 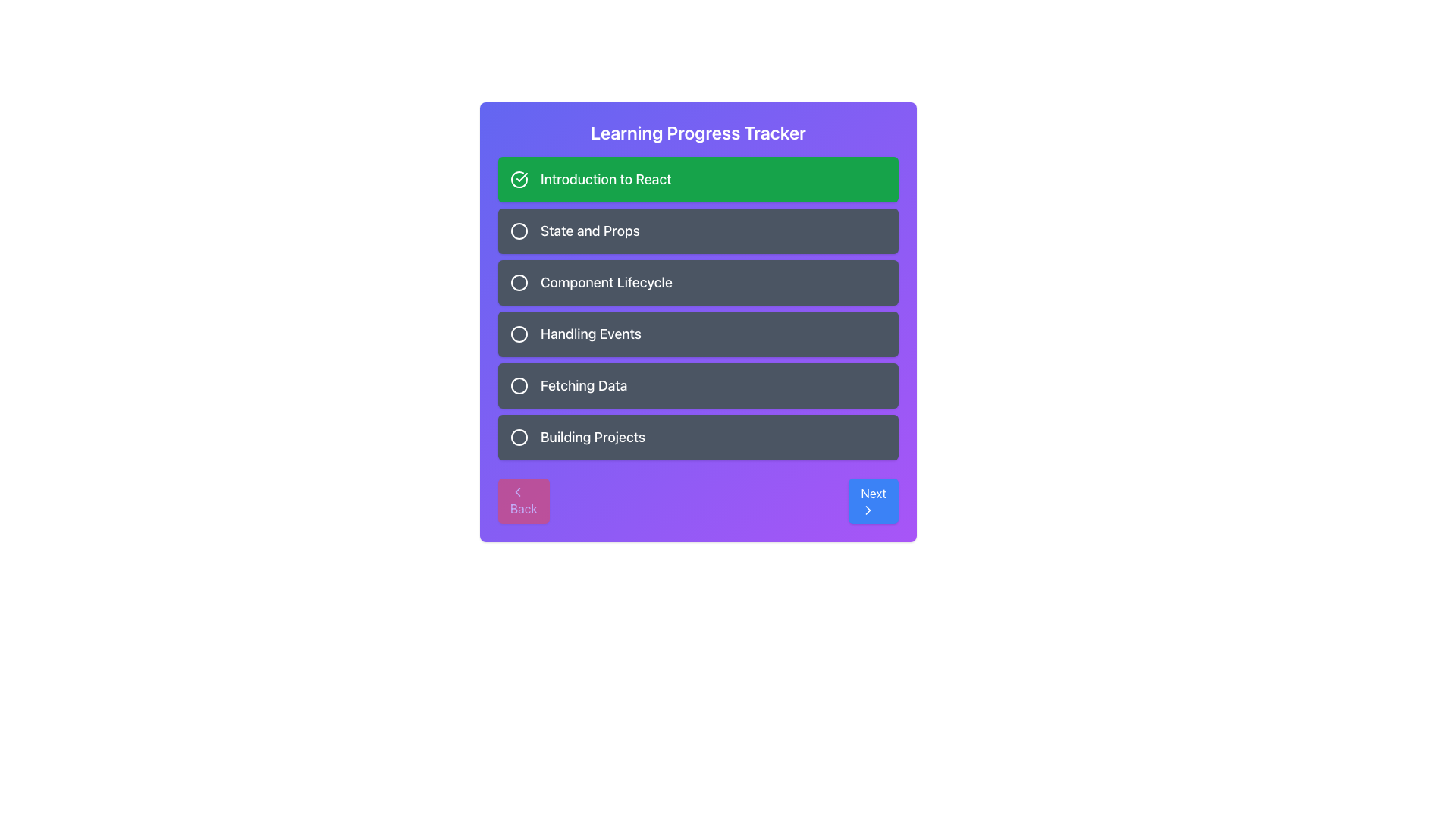 What do you see at coordinates (698, 283) in the screenshot?
I see `the third selectable card in the learning progress tracker` at bounding box center [698, 283].